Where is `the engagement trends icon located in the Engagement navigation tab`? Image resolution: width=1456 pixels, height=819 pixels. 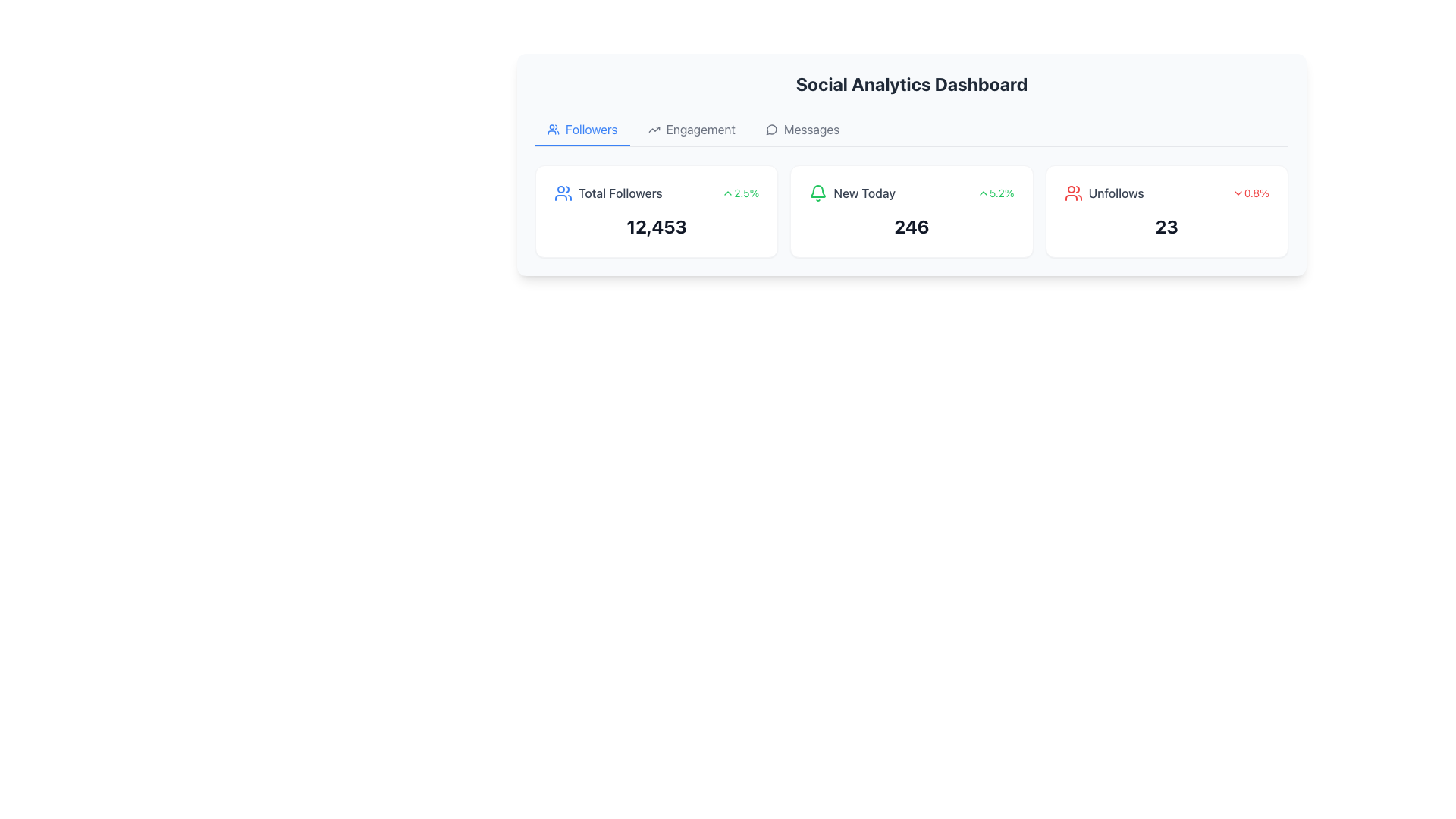
the engagement trends icon located in the Engagement navigation tab is located at coordinates (654, 128).